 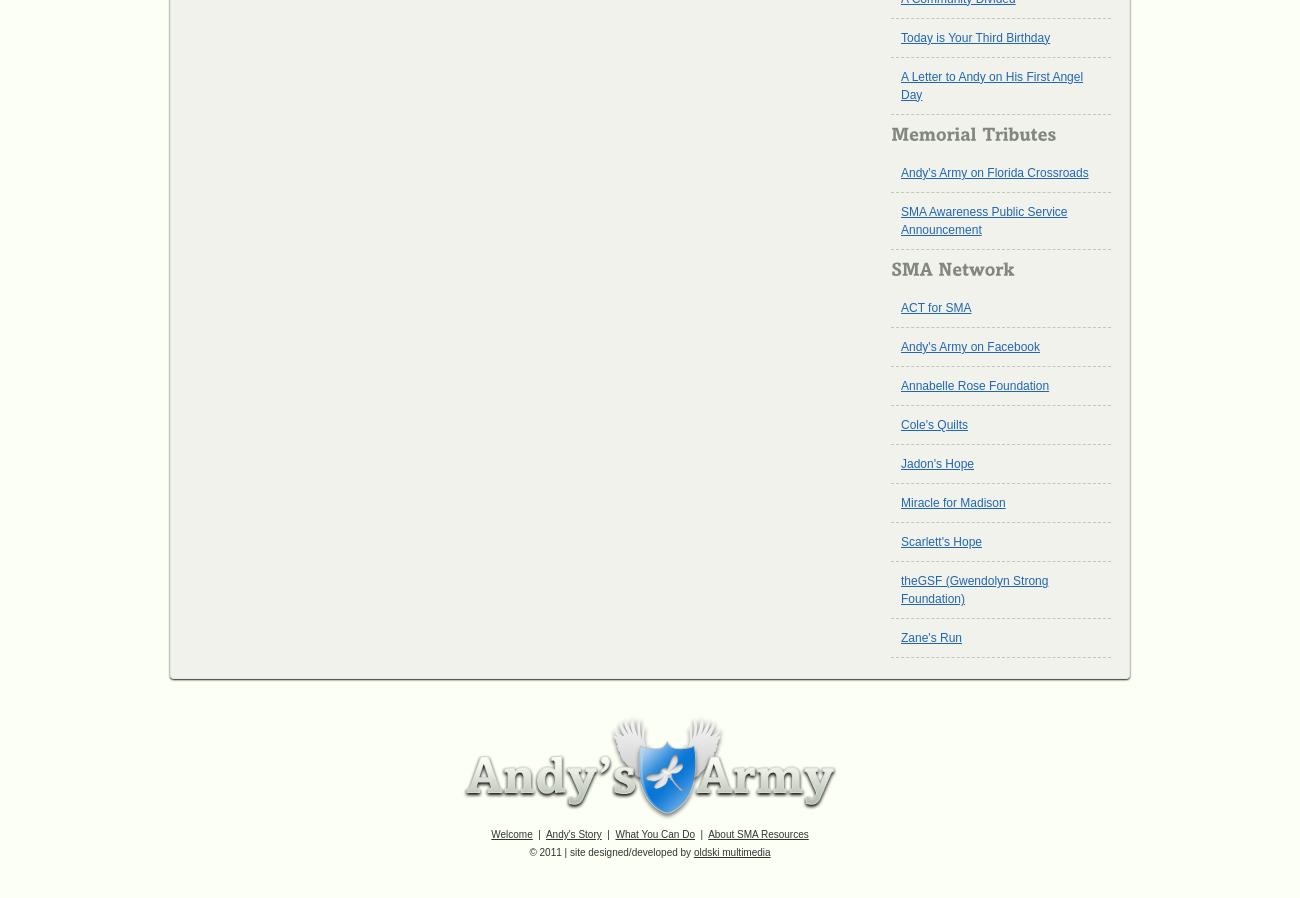 What do you see at coordinates (941, 541) in the screenshot?
I see `'Scarlett's Hope'` at bounding box center [941, 541].